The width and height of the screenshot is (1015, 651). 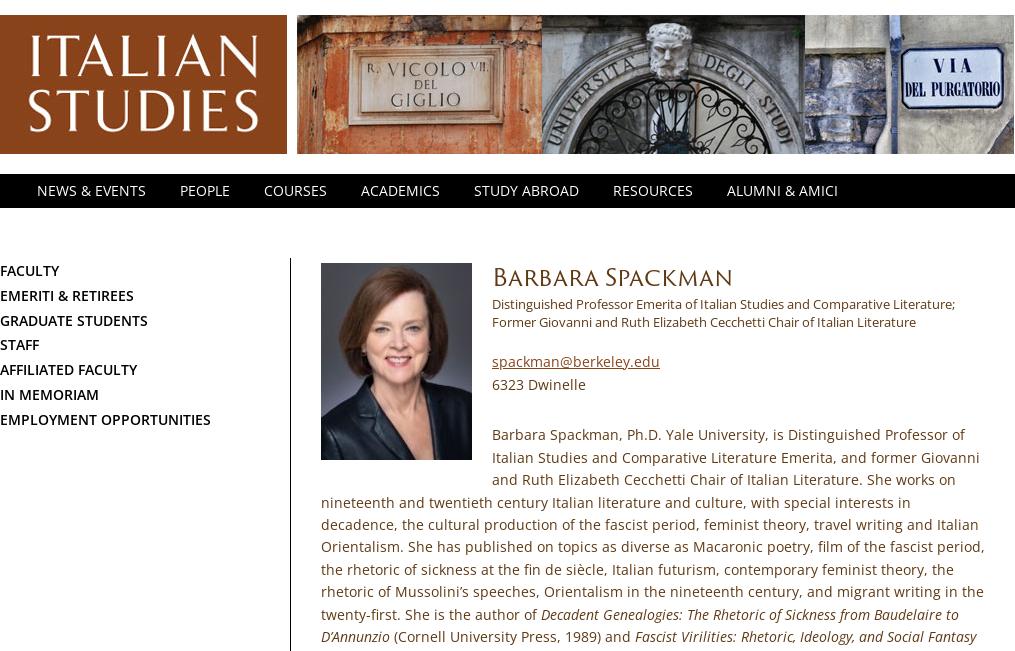 What do you see at coordinates (490, 276) in the screenshot?
I see `'Barbara Spackman'` at bounding box center [490, 276].